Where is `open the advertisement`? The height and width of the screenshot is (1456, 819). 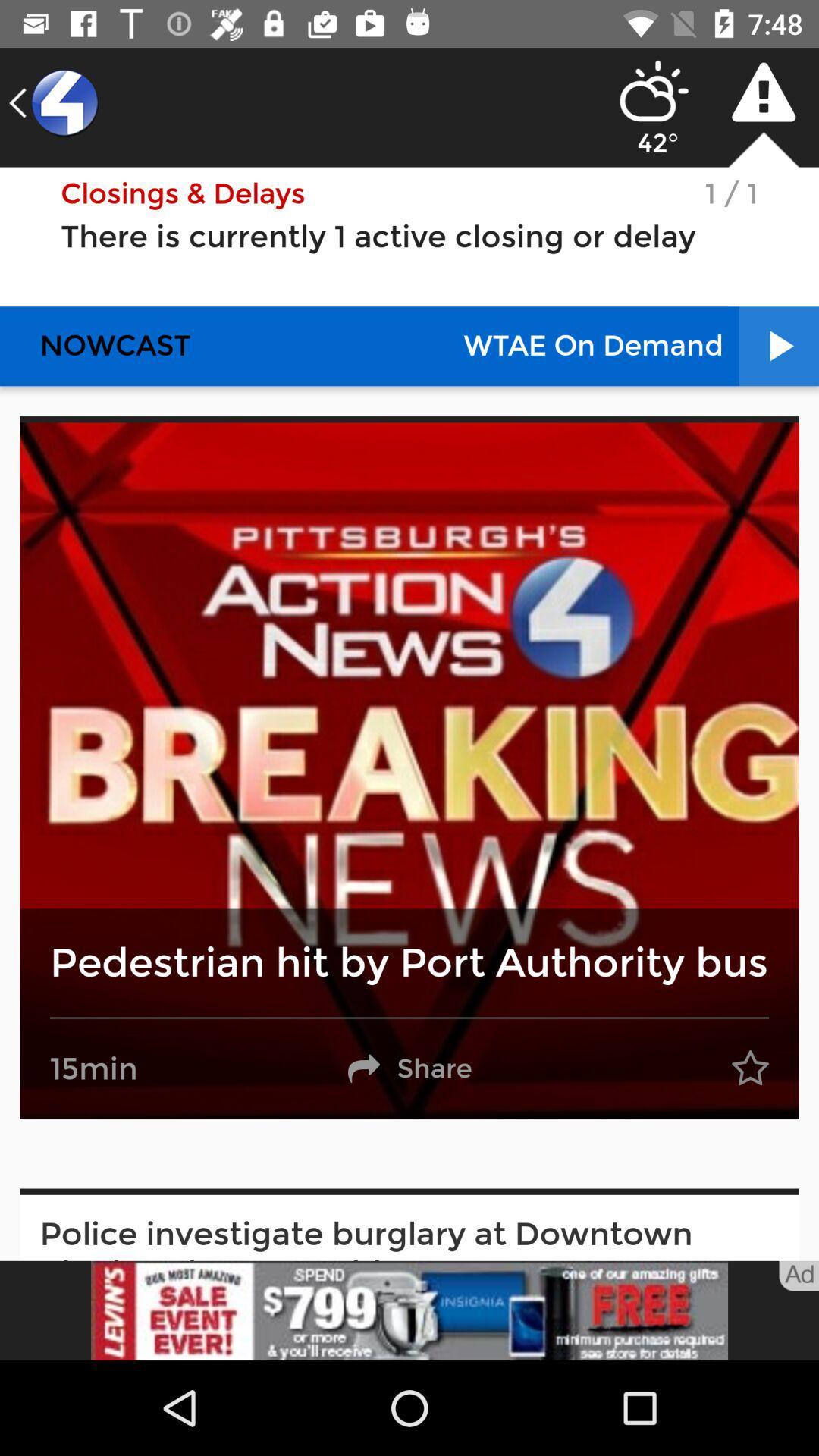 open the advertisement is located at coordinates (409, 1310).